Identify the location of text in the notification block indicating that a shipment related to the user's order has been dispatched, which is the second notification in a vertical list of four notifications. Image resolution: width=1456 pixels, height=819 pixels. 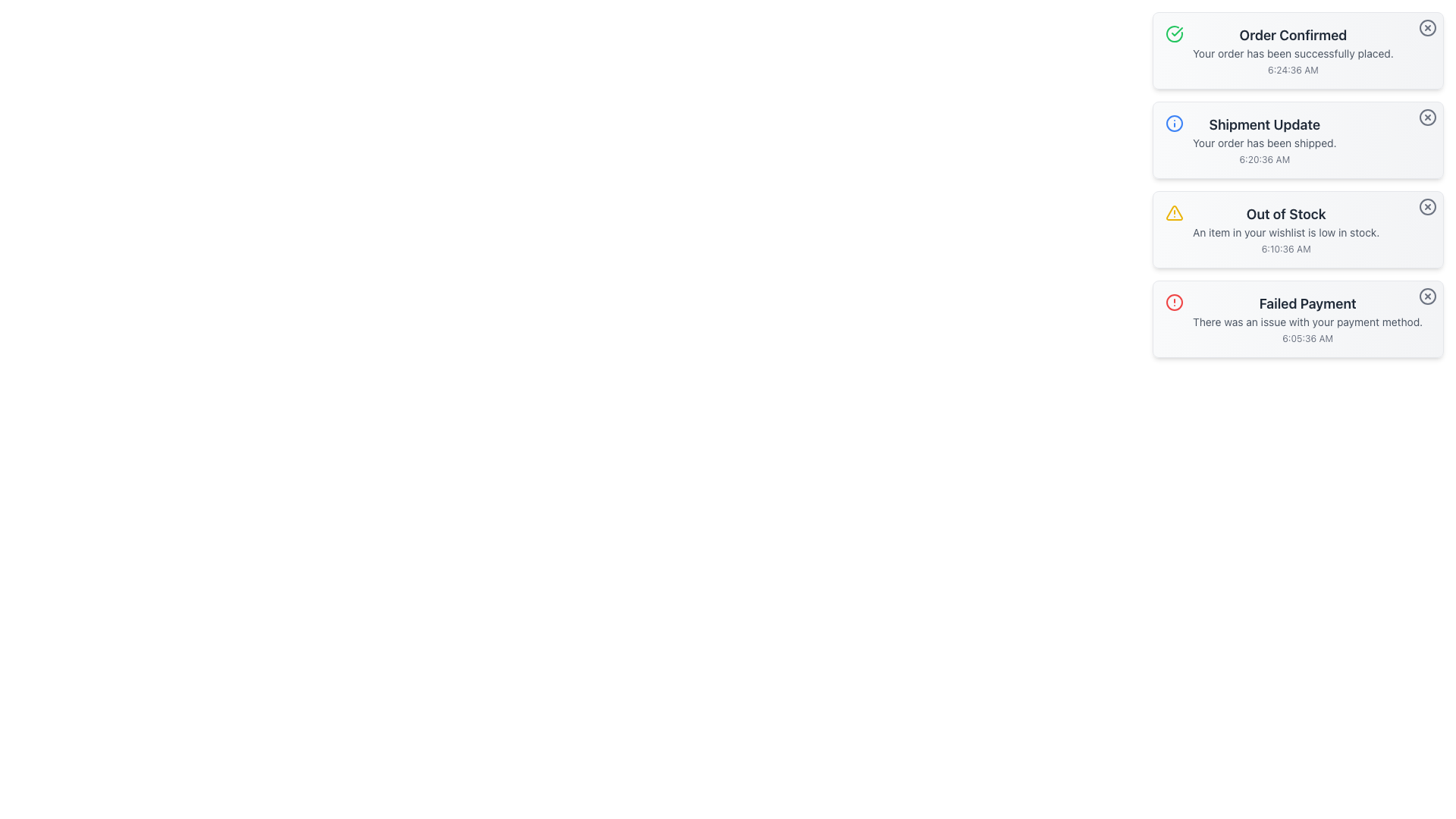
(1264, 140).